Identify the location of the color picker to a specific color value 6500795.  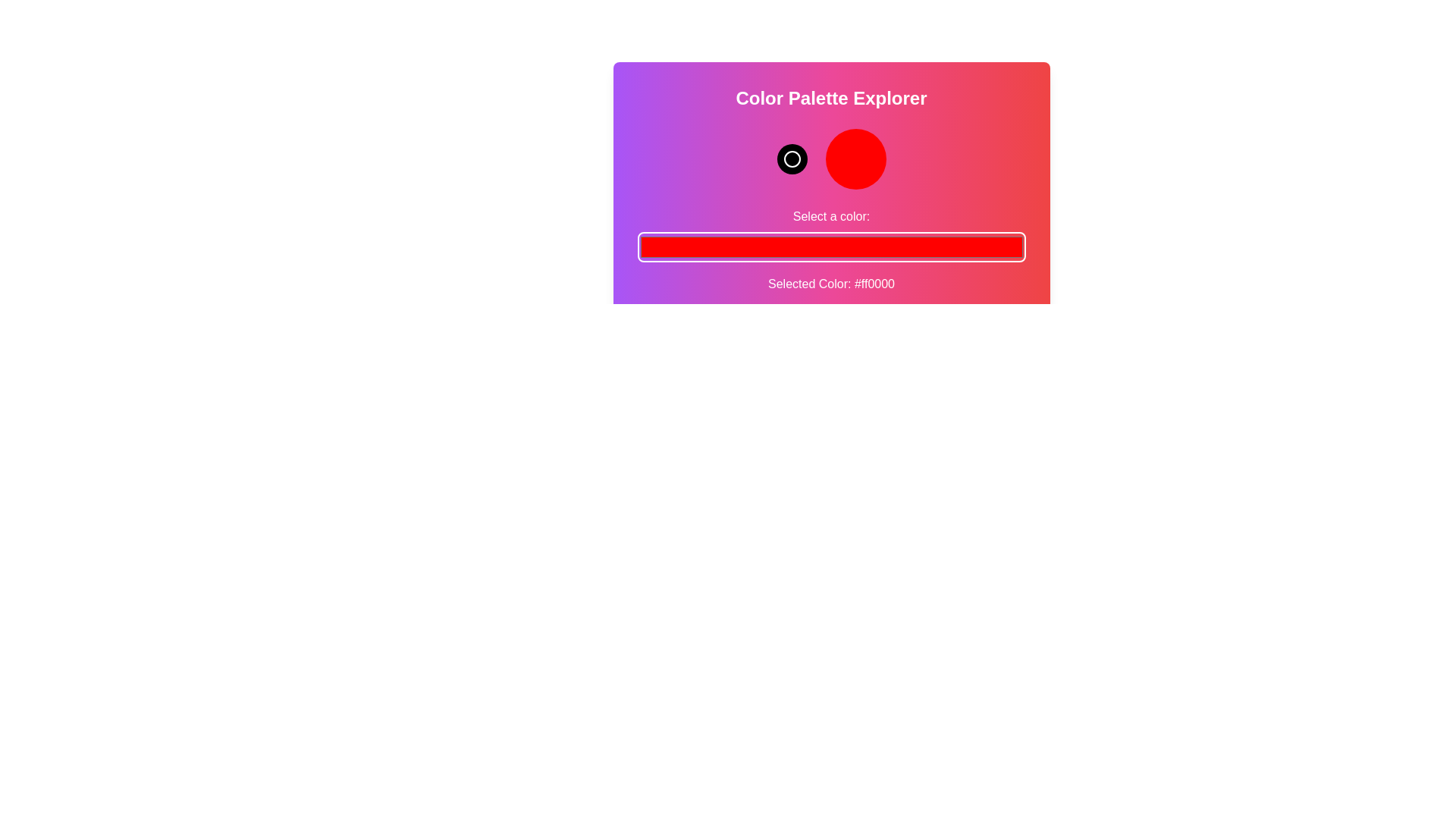
(830, 246).